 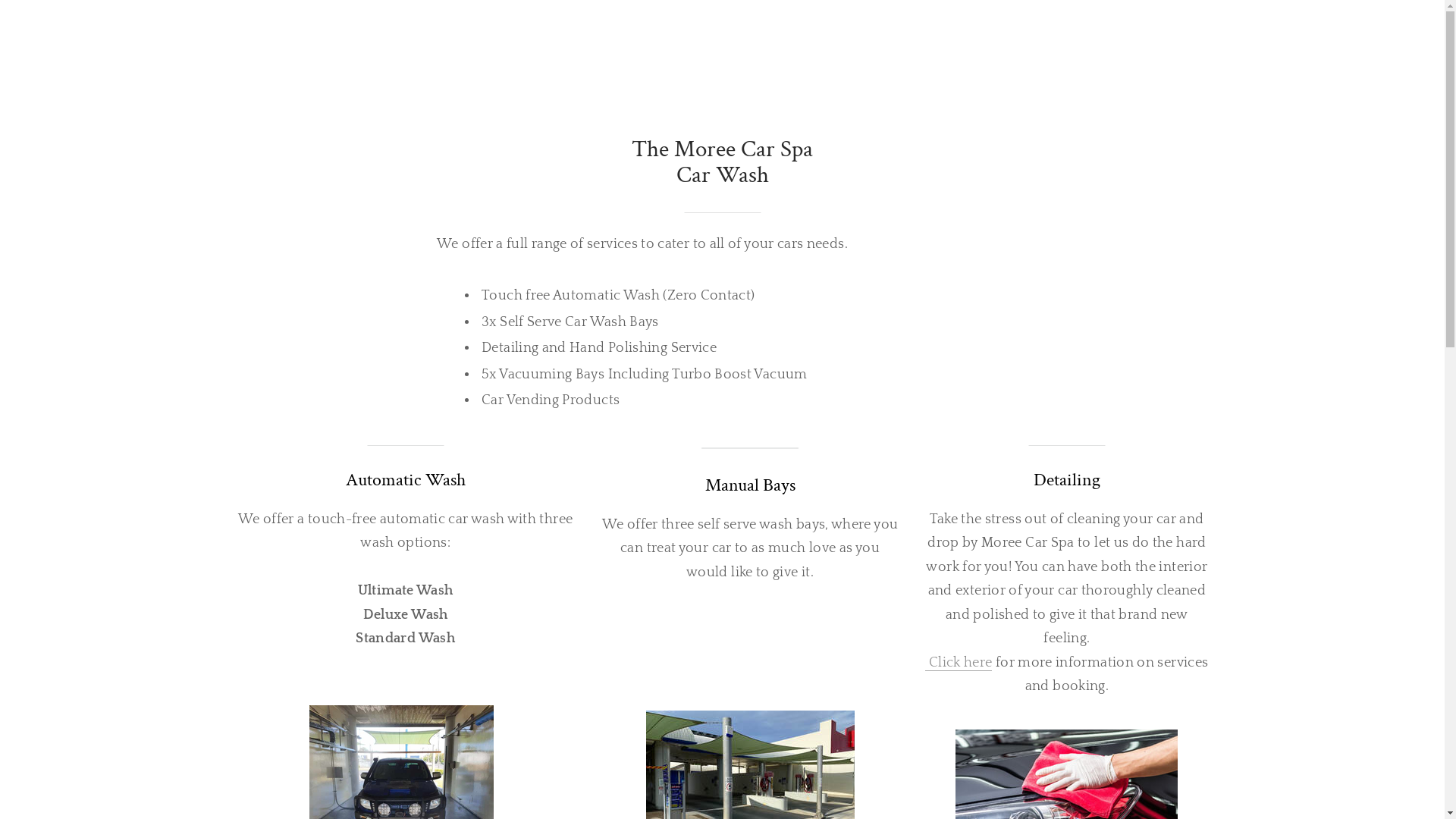 I want to click on ' Click here', so click(x=924, y=662).